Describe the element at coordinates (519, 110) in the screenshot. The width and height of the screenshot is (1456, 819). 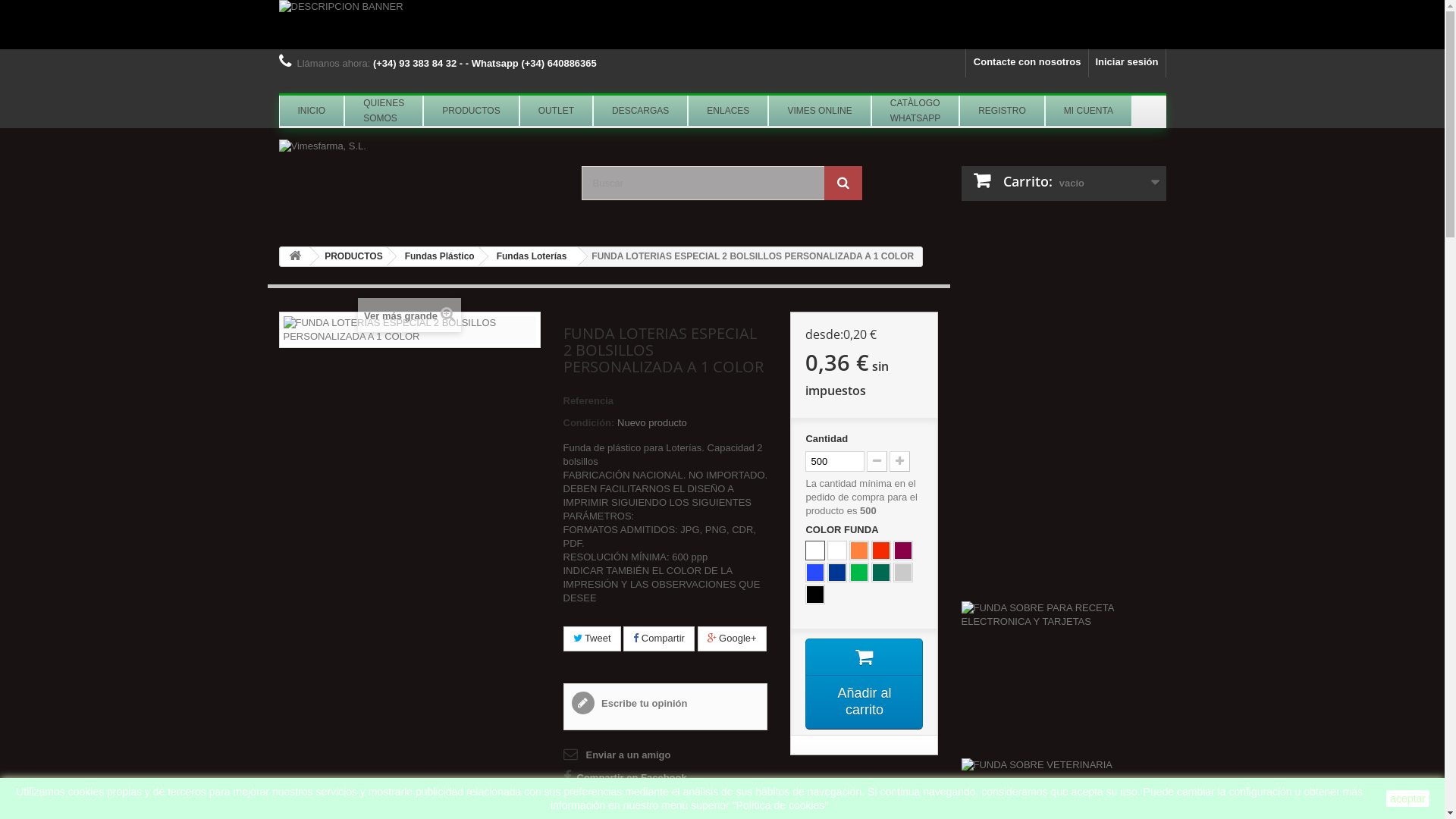
I see `'OUTLET'` at that location.